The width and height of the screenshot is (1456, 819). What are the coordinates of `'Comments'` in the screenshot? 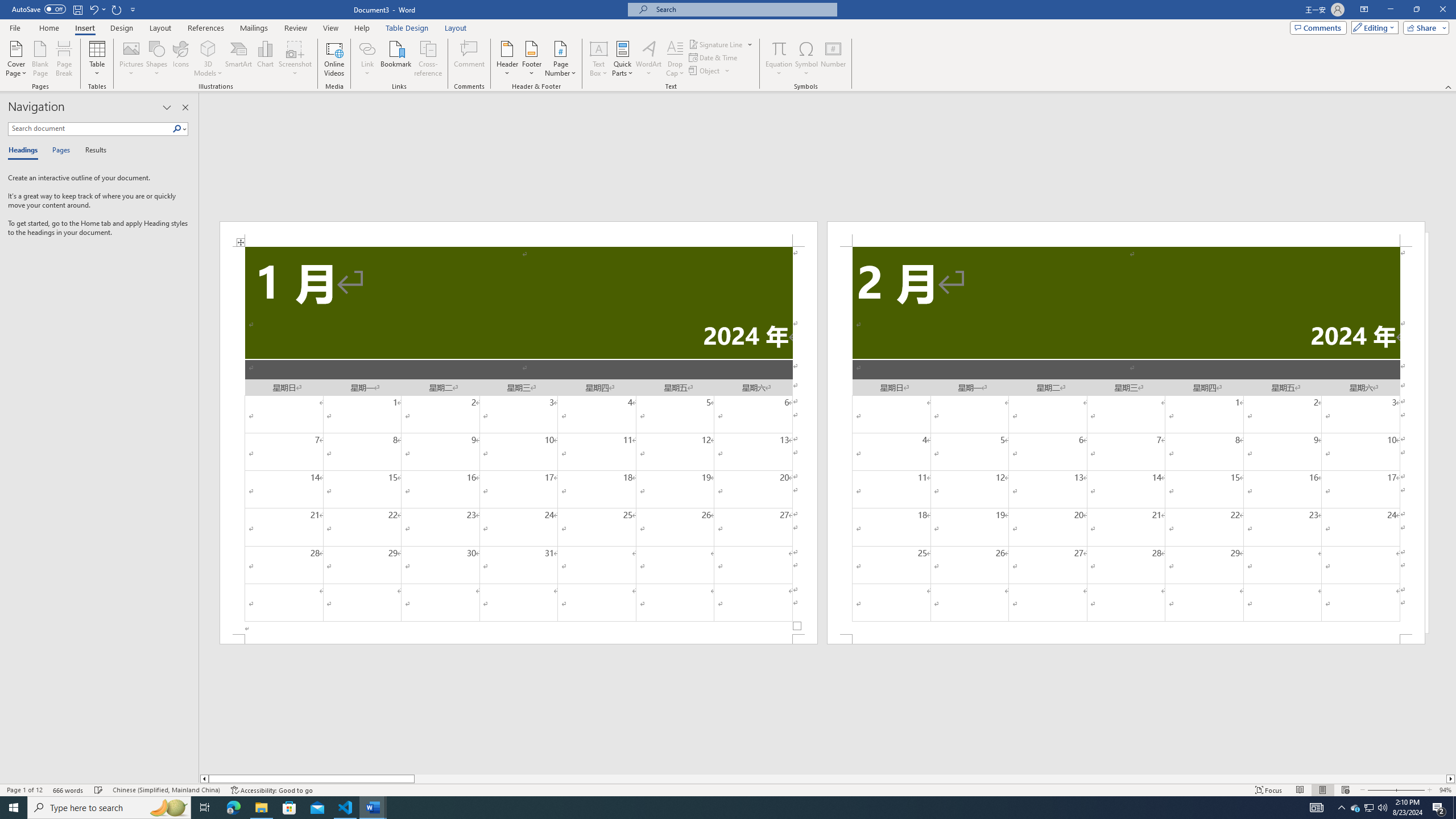 It's located at (1318, 27).